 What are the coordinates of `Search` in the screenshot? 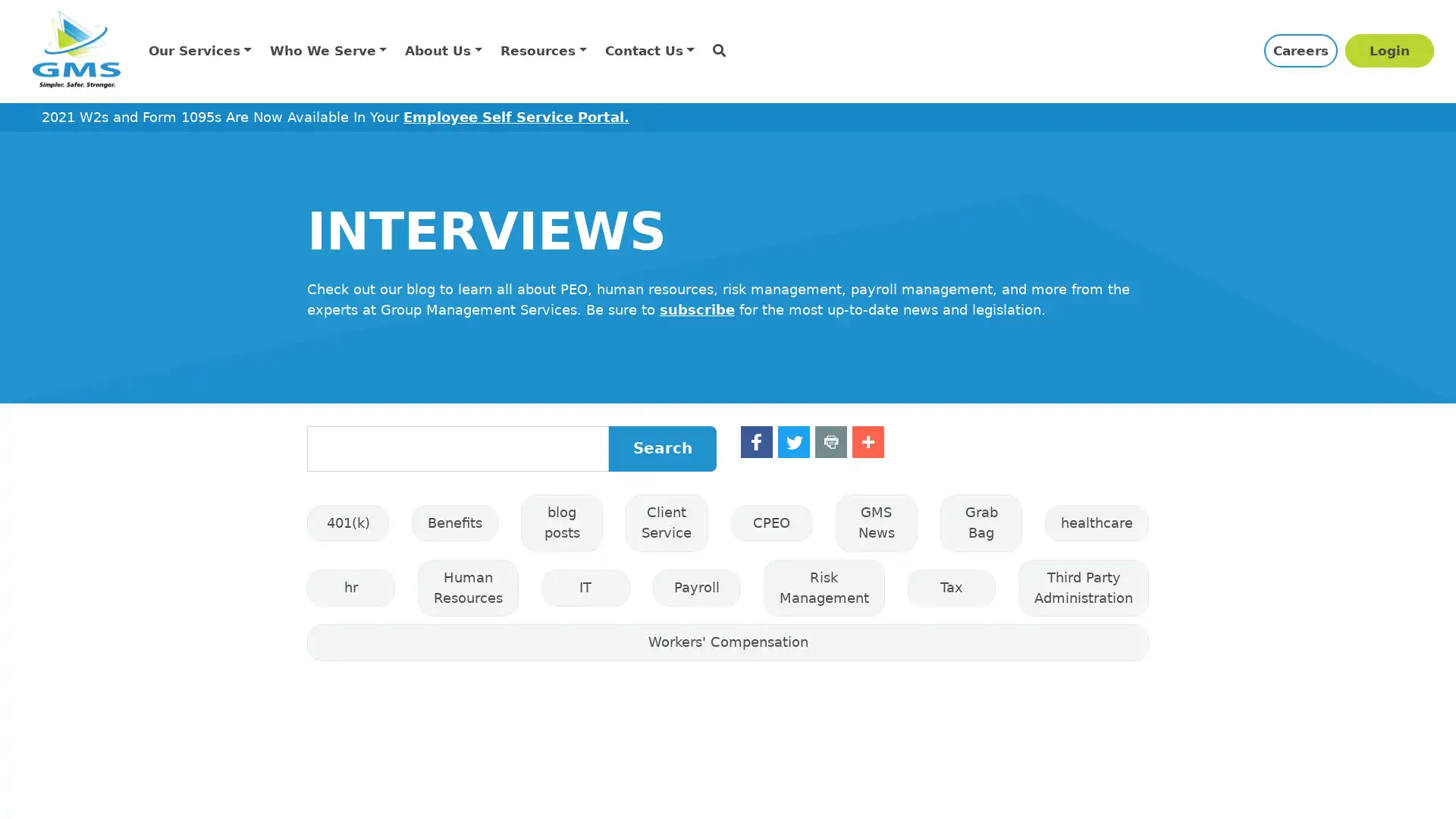 It's located at (662, 447).